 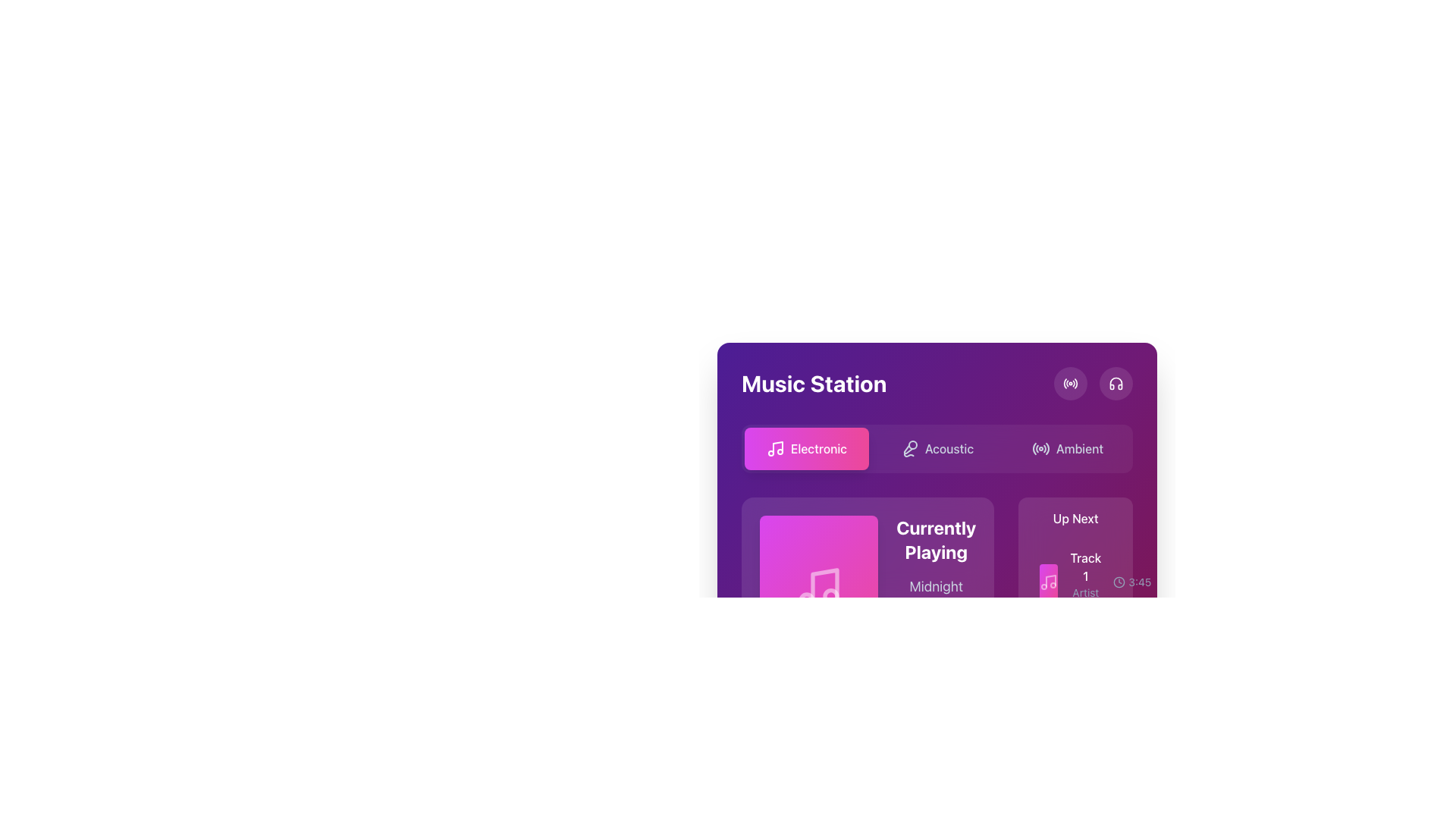 I want to click on vertical stem of the music note icon located in the 'Electronic' button within the 'Music Station' section by using developer tools, so click(x=778, y=447).